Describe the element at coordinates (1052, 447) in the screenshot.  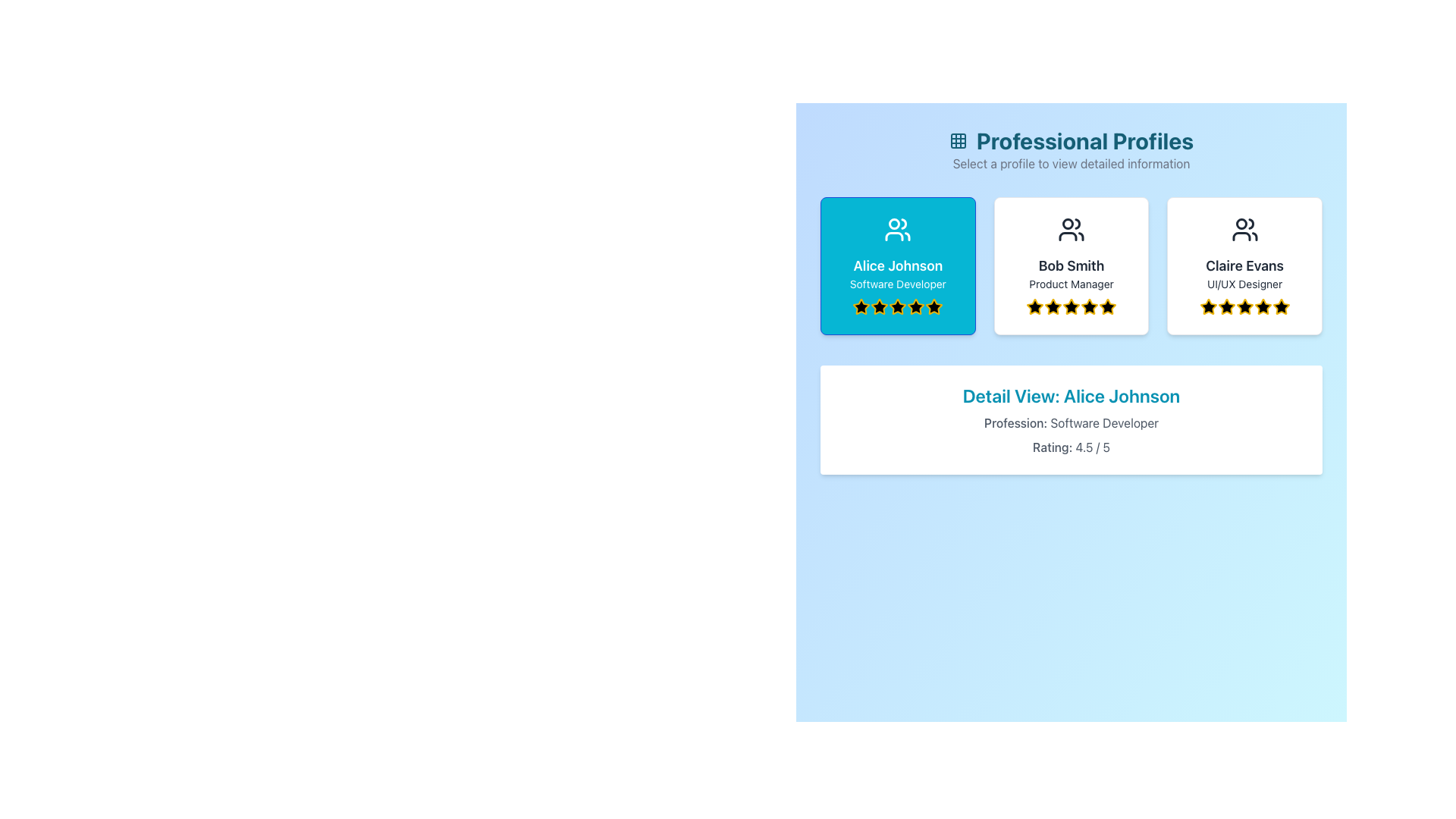
I see `label 'Rating:' which provides context for the numeric rating value in the detail view section of the panel` at that location.